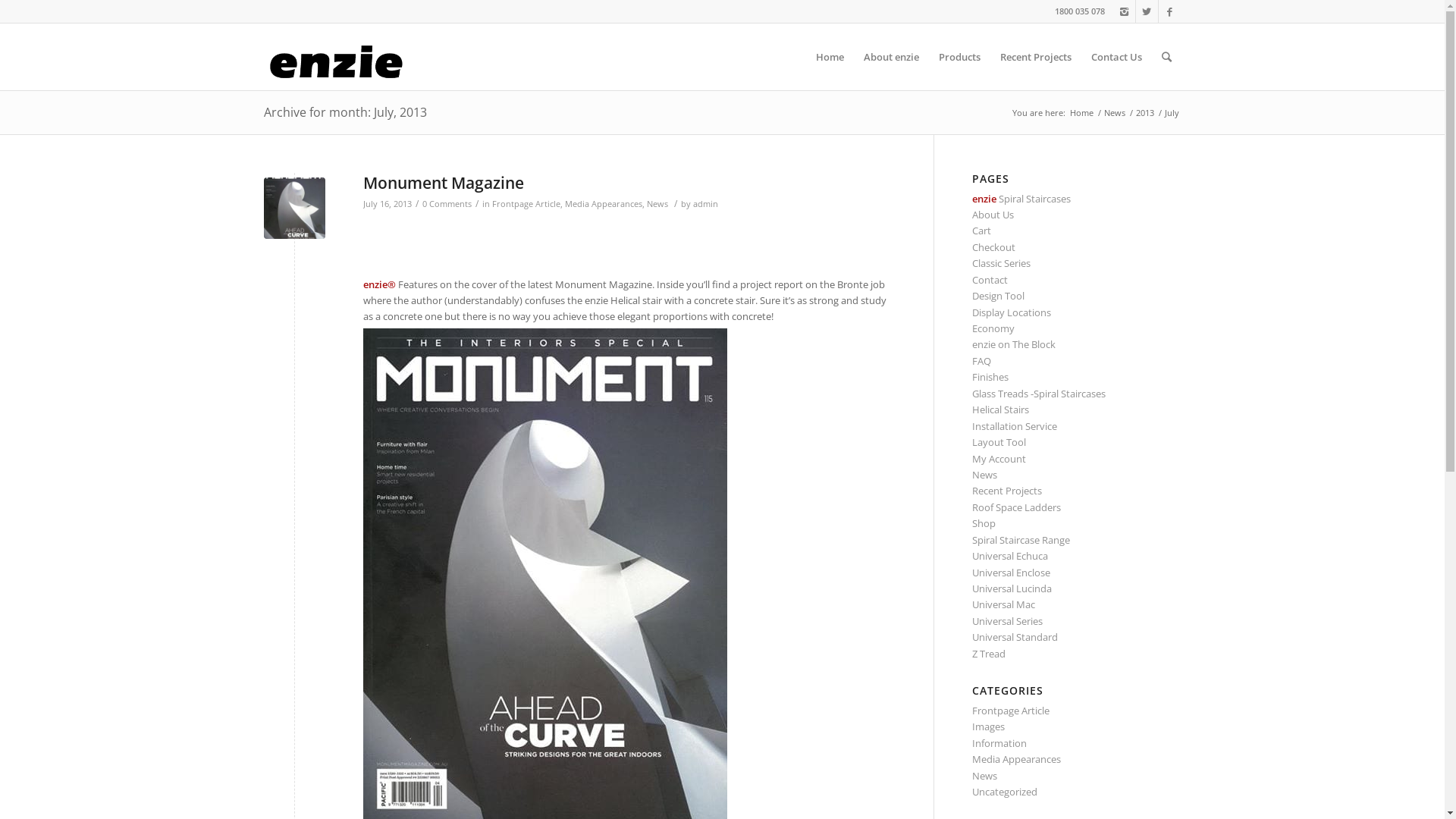 The height and width of the screenshot is (819, 1456). Describe the element at coordinates (971, 637) in the screenshot. I see `'Universal Standard'` at that location.